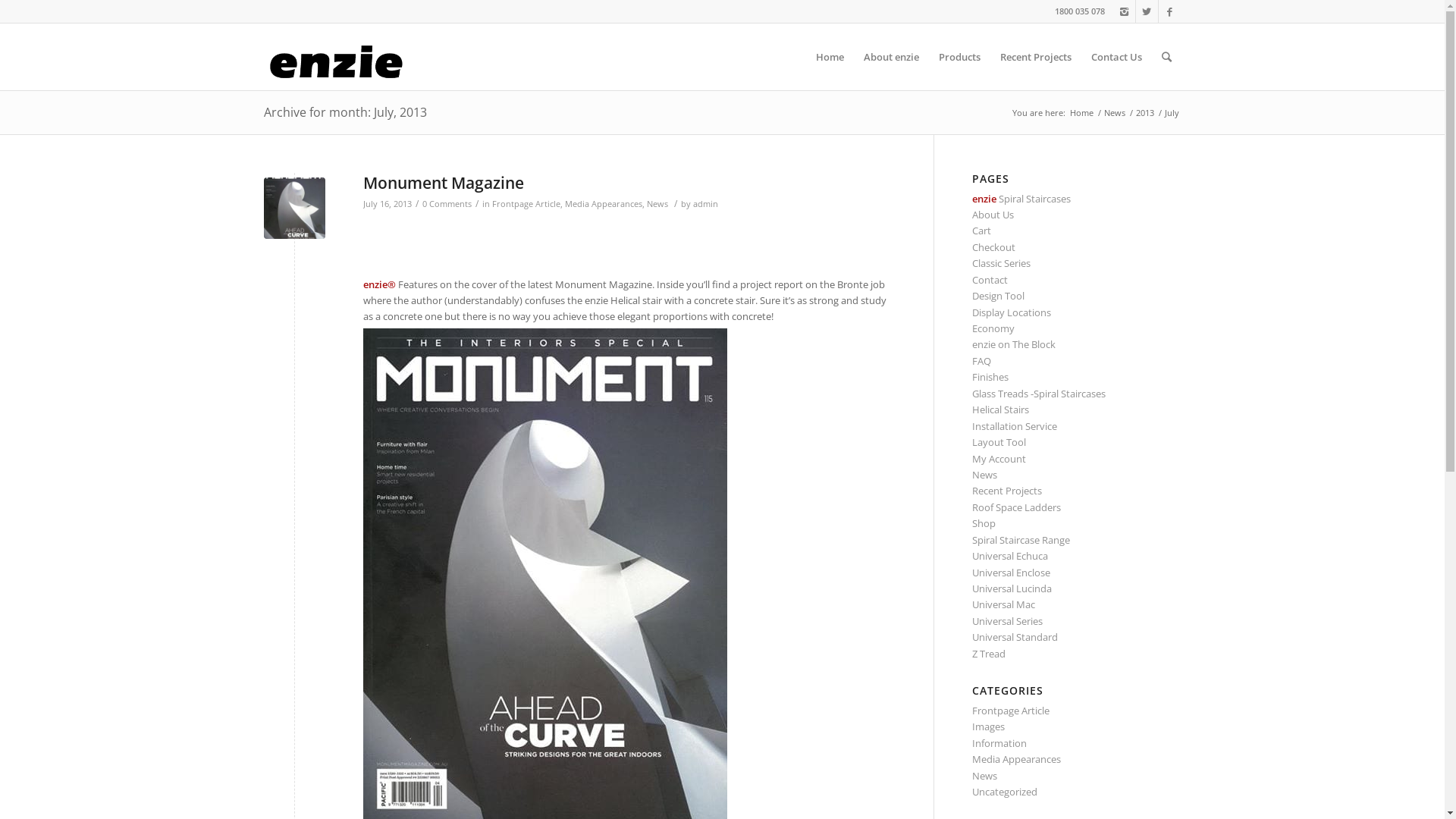 The height and width of the screenshot is (819, 1456). Describe the element at coordinates (971, 637) in the screenshot. I see `'Universal Standard'` at that location.